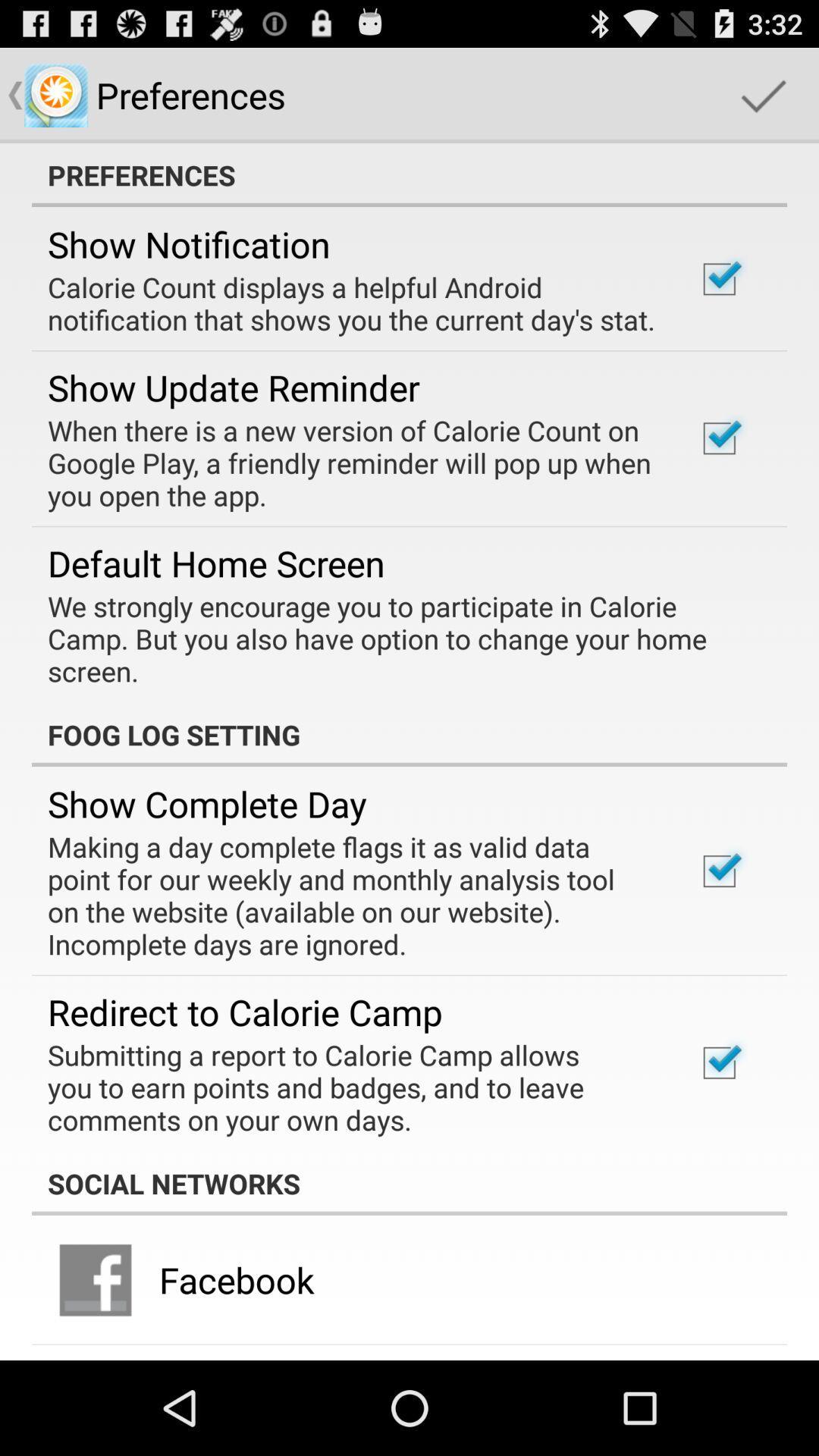 This screenshot has width=819, height=1456. I want to click on icon above the foog log setting item, so click(398, 639).